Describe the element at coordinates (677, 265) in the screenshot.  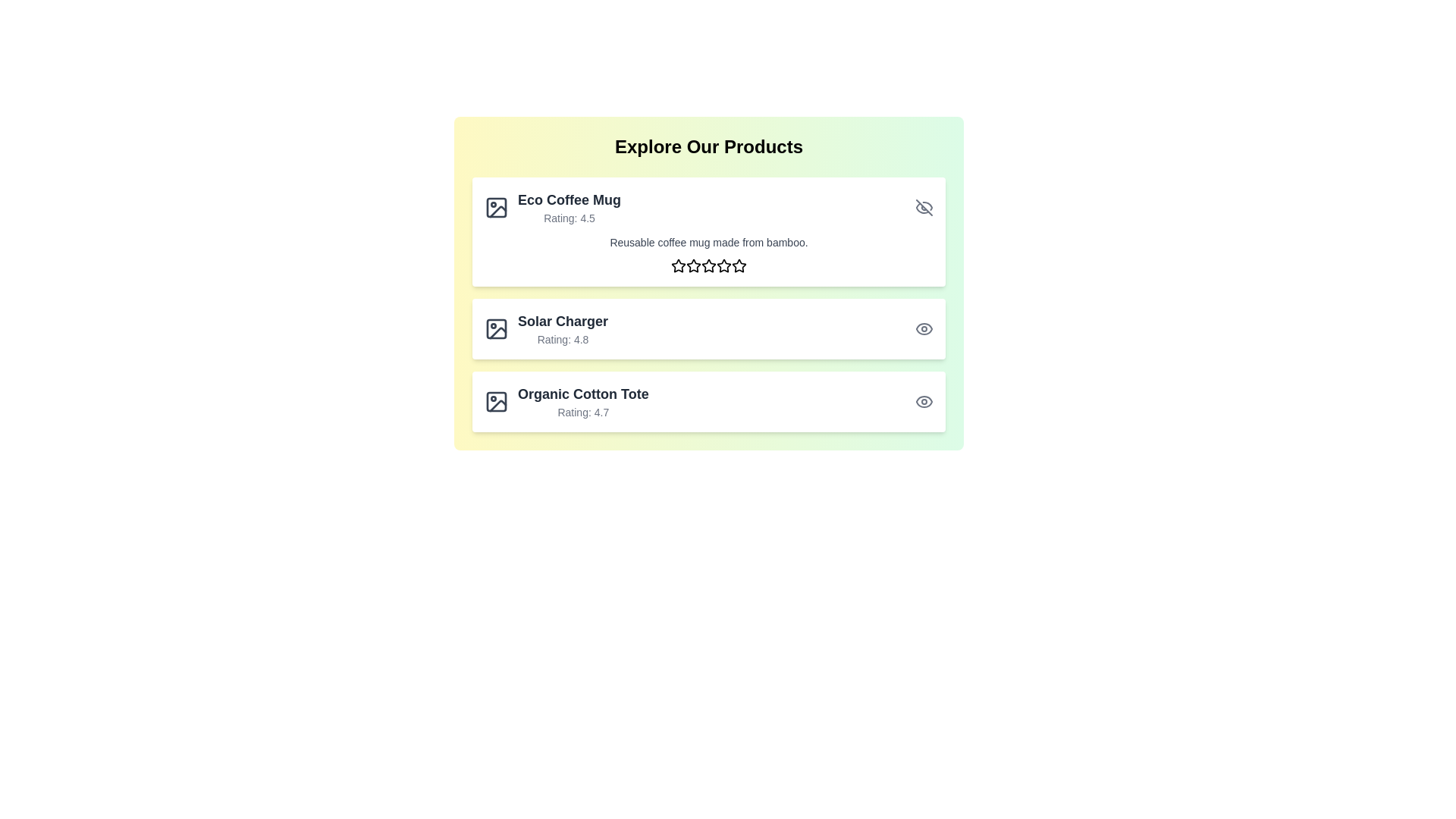
I see `the rating to 1 stars by clicking on the corresponding star icon` at that location.